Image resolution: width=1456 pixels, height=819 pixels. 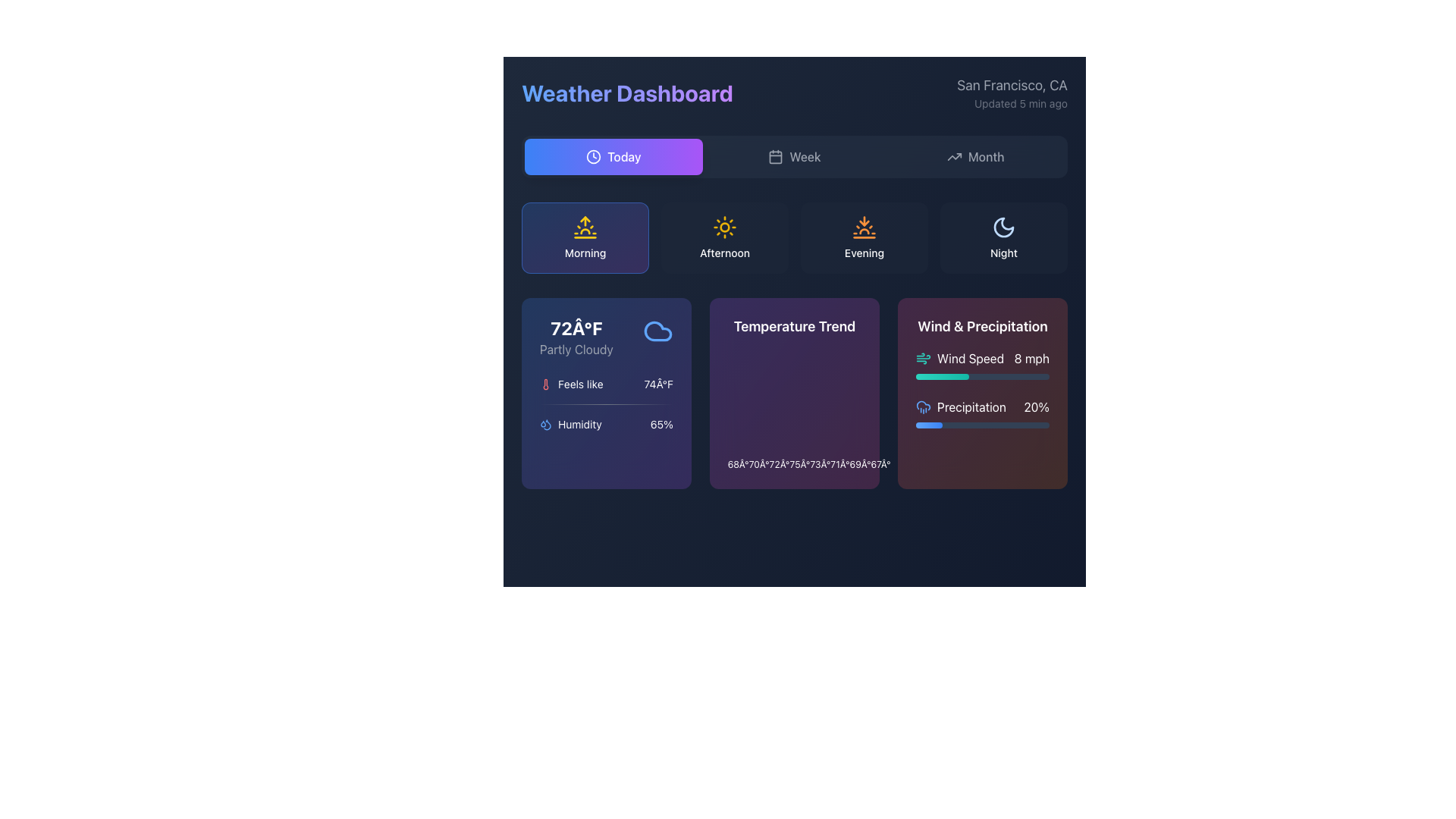 What do you see at coordinates (839, 461) in the screenshot?
I see `text label '71°' associated with the sixth vertical bar in the trend chart, which is styled with a gradient from purple to pink and has a rounded top` at bounding box center [839, 461].